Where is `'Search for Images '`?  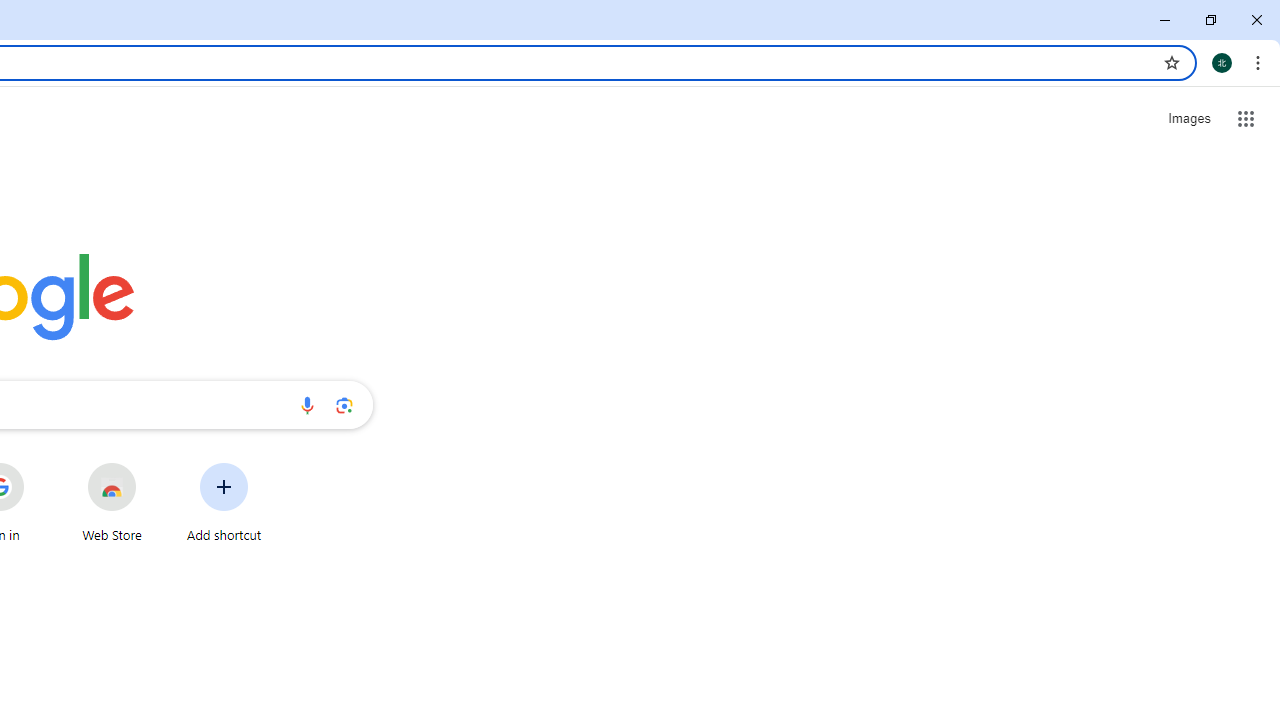
'Search for Images ' is located at coordinates (1189, 119).